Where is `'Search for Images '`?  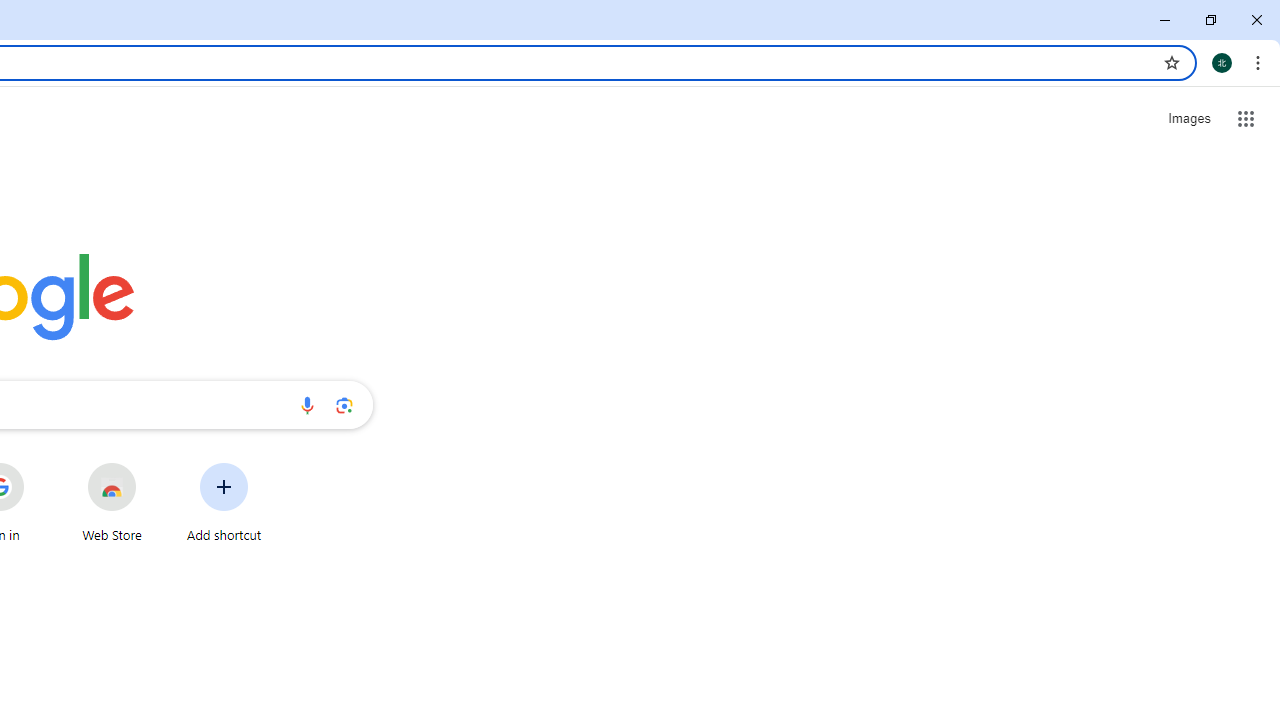
'Search for Images ' is located at coordinates (1189, 119).